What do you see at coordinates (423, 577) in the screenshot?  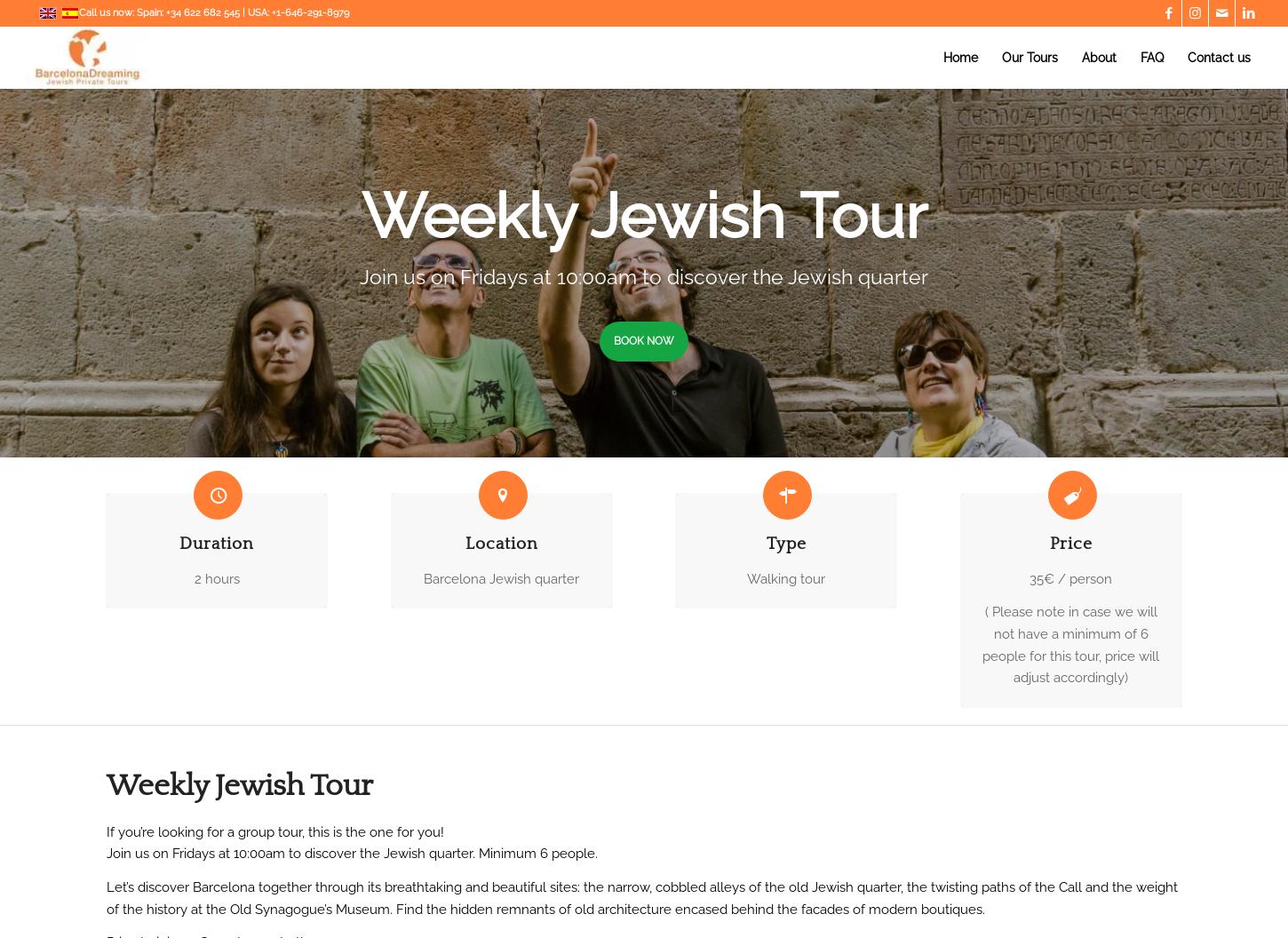 I see `'Barcelona Jewish quarter'` at bounding box center [423, 577].